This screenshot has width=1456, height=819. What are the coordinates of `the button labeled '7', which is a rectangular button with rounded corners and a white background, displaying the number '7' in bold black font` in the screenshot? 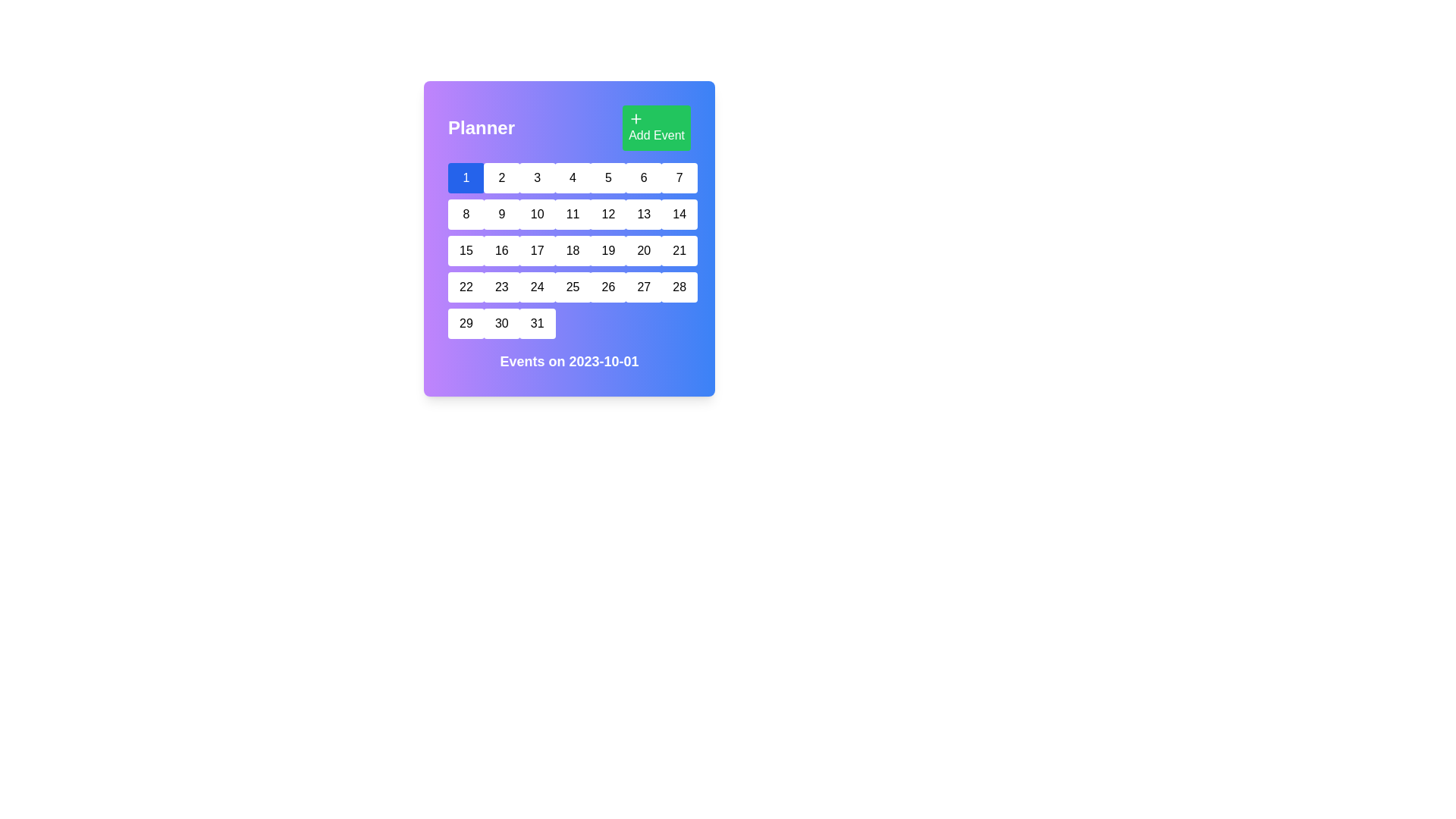 It's located at (679, 177).